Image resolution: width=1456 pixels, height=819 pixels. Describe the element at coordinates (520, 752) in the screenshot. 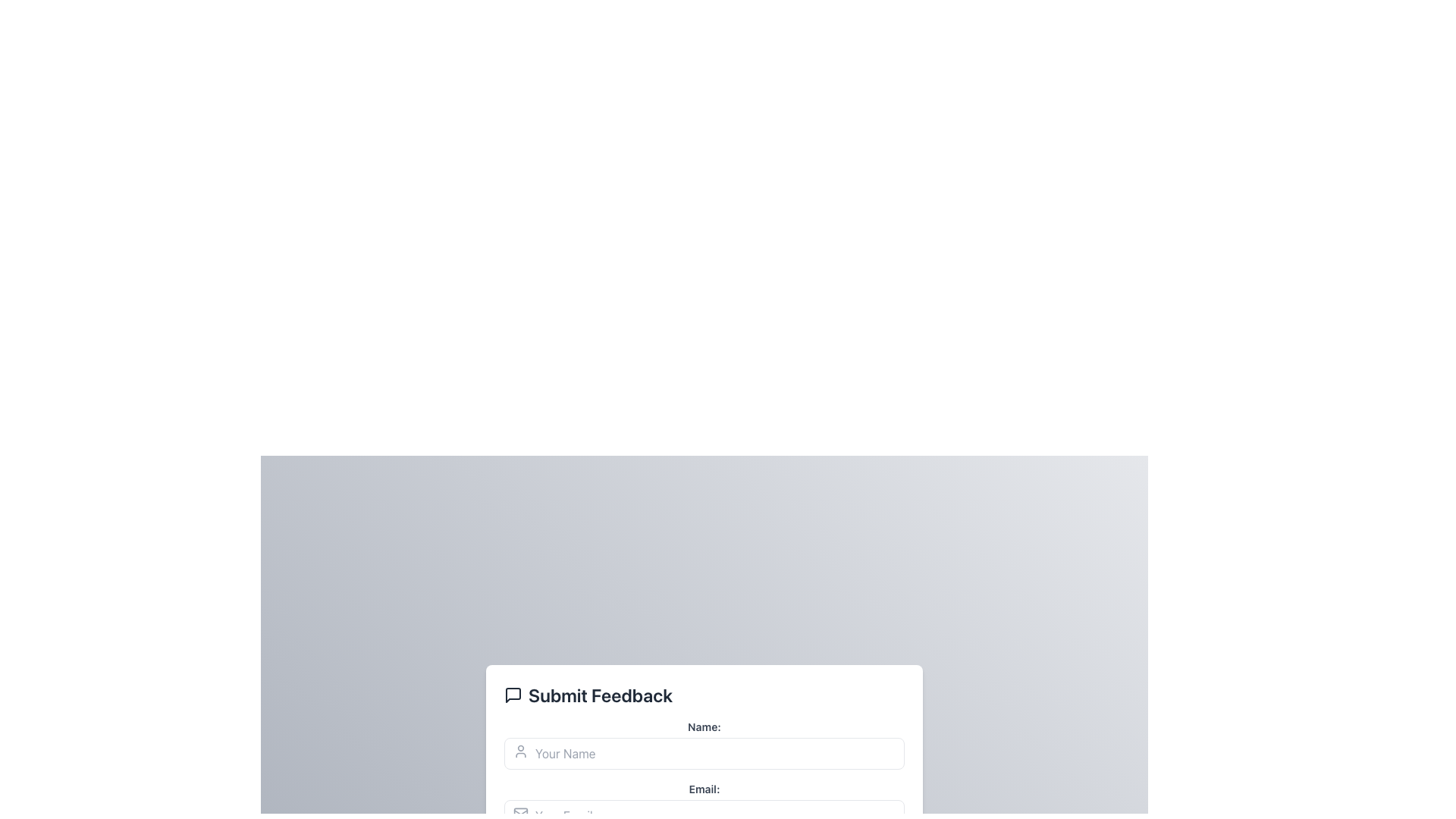

I see `the user profile icon, which is a minimalistic light gray outline of a person, positioned above the 'Name:' input field` at that location.